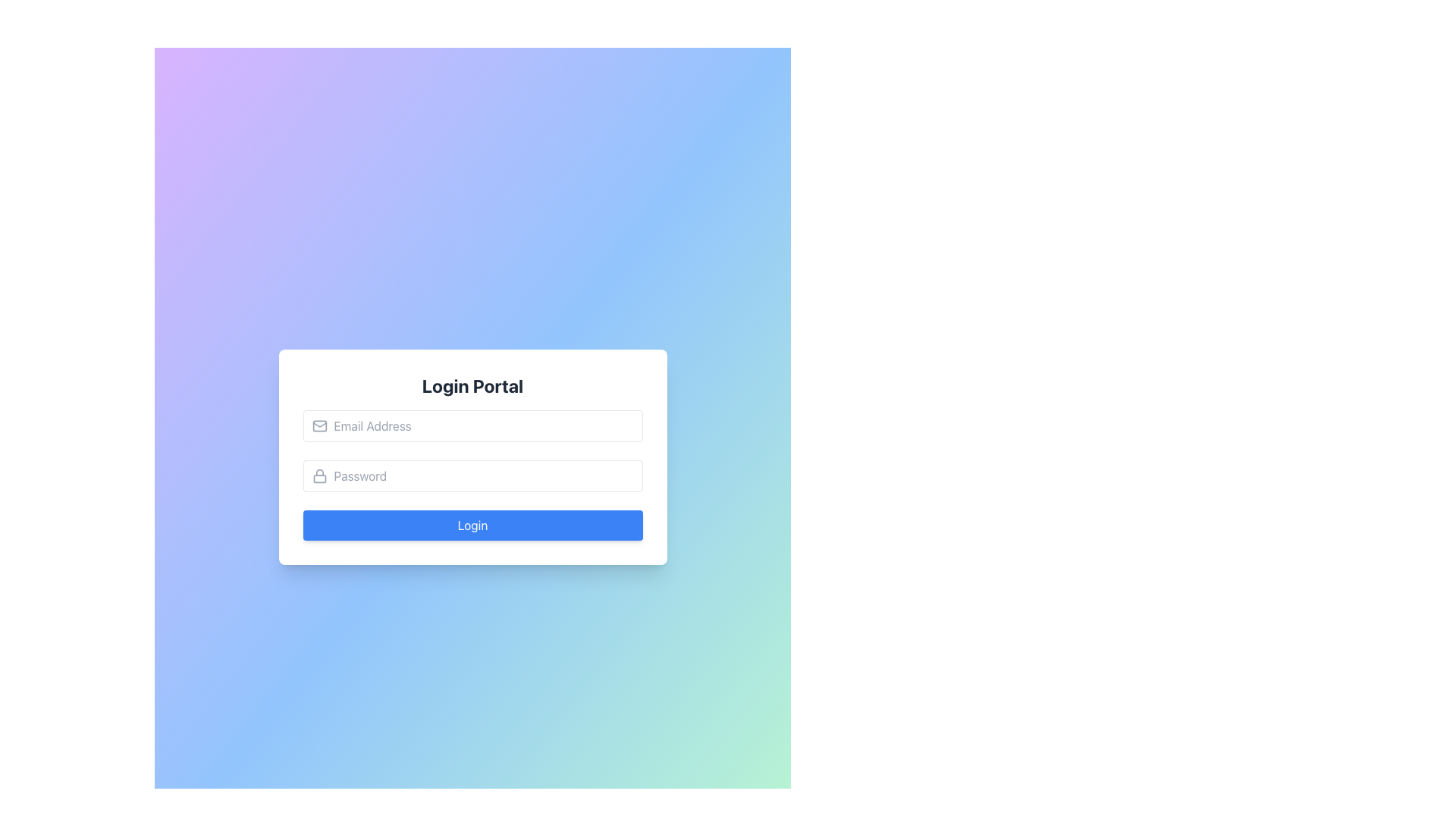  I want to click on the submit button in the 'Login Portal' modal, so click(472, 525).